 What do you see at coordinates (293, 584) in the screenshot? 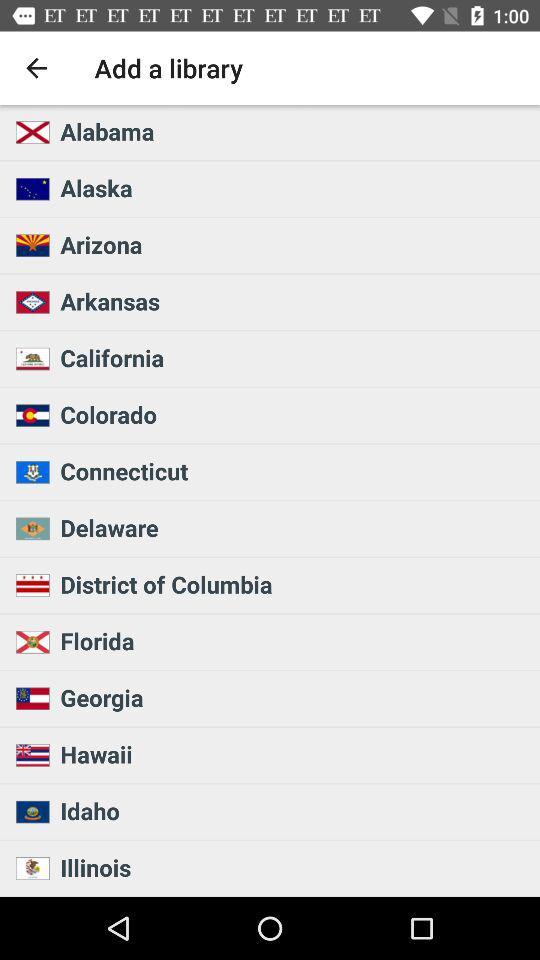
I see `icon below the delaware icon` at bounding box center [293, 584].